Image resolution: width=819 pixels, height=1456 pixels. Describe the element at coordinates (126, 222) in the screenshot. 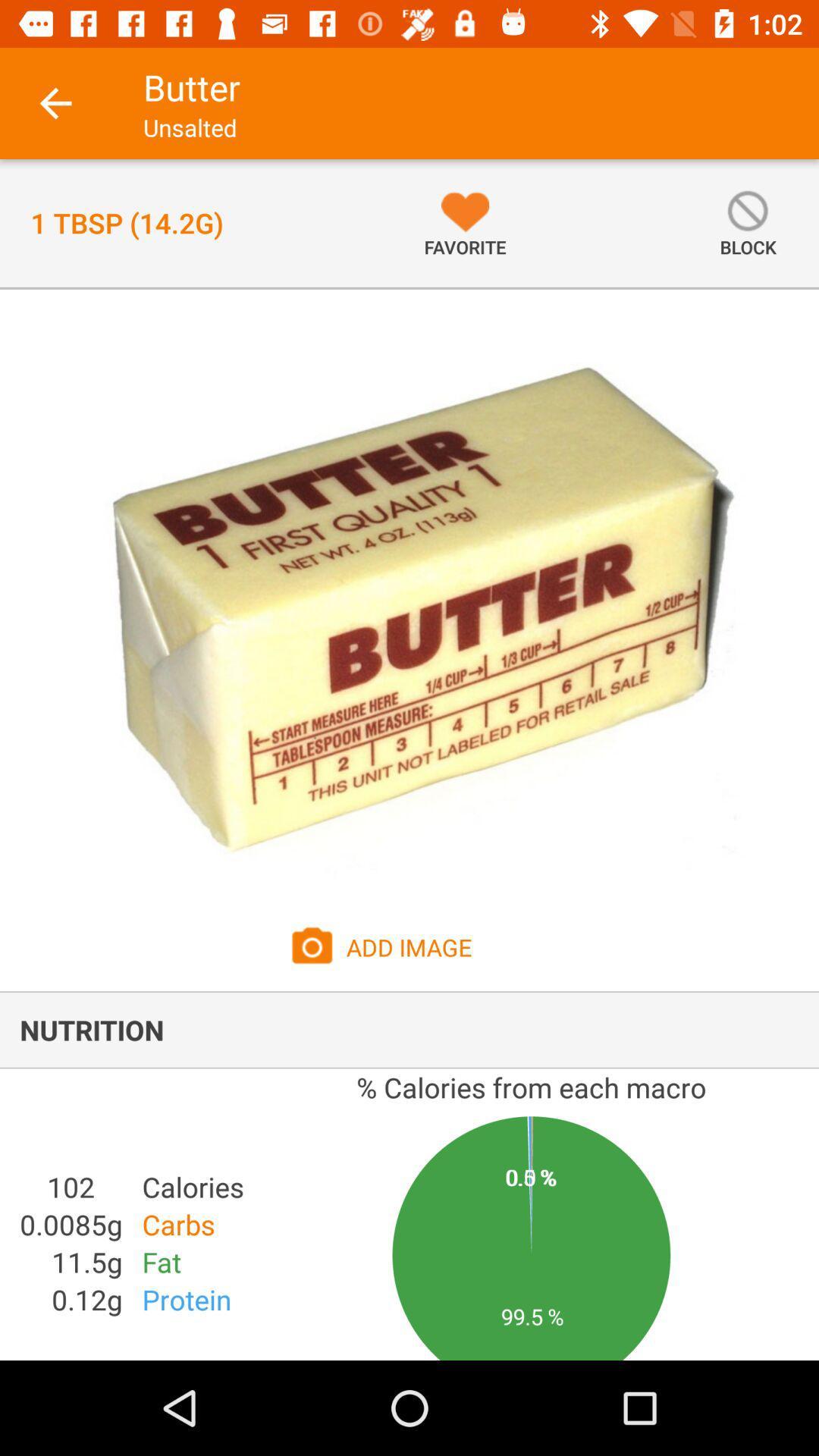

I see `the 1 tbsp 14 icon` at that location.